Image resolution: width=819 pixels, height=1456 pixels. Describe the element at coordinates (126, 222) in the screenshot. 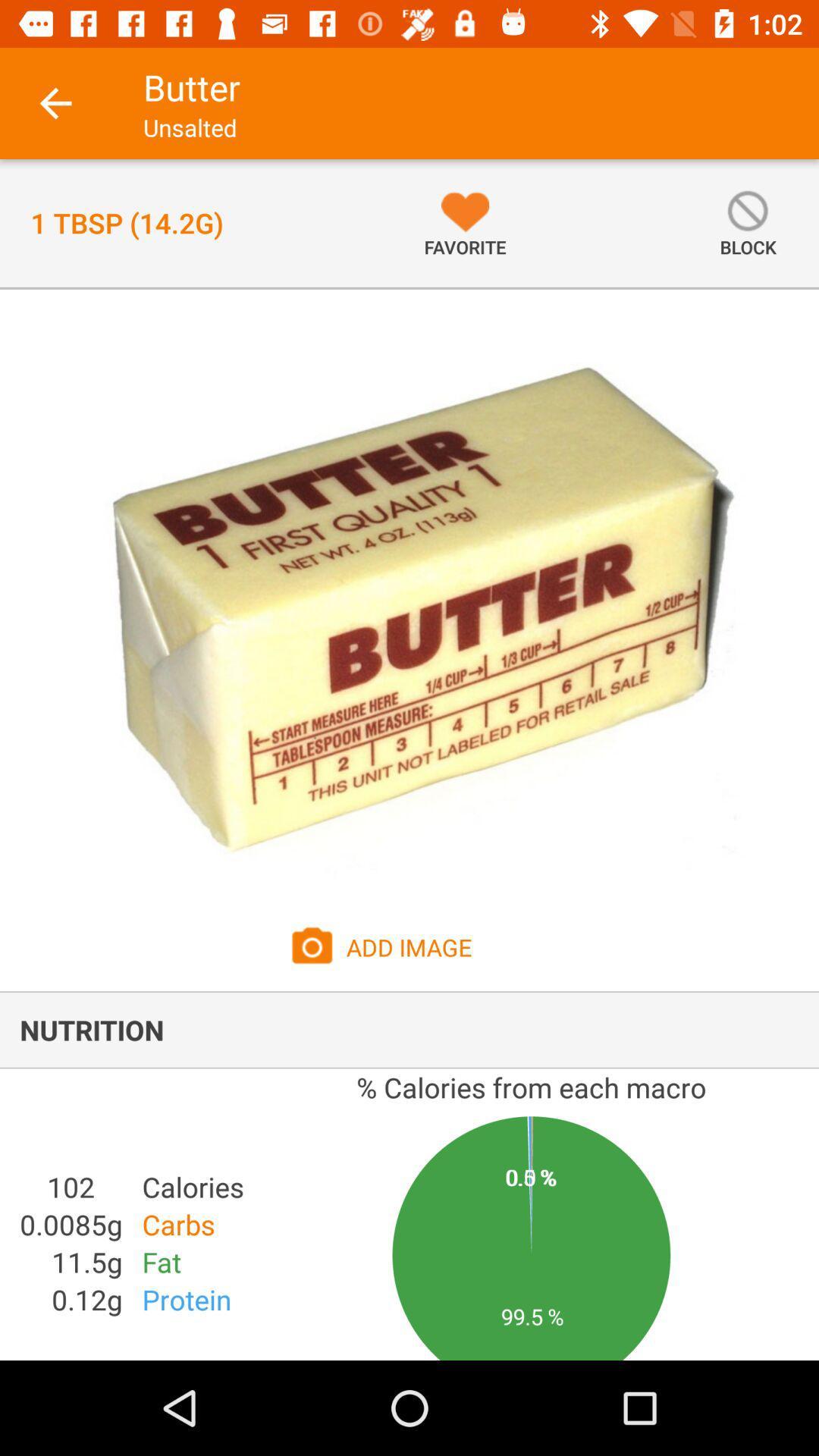

I see `the 1 tbsp 14 icon` at that location.